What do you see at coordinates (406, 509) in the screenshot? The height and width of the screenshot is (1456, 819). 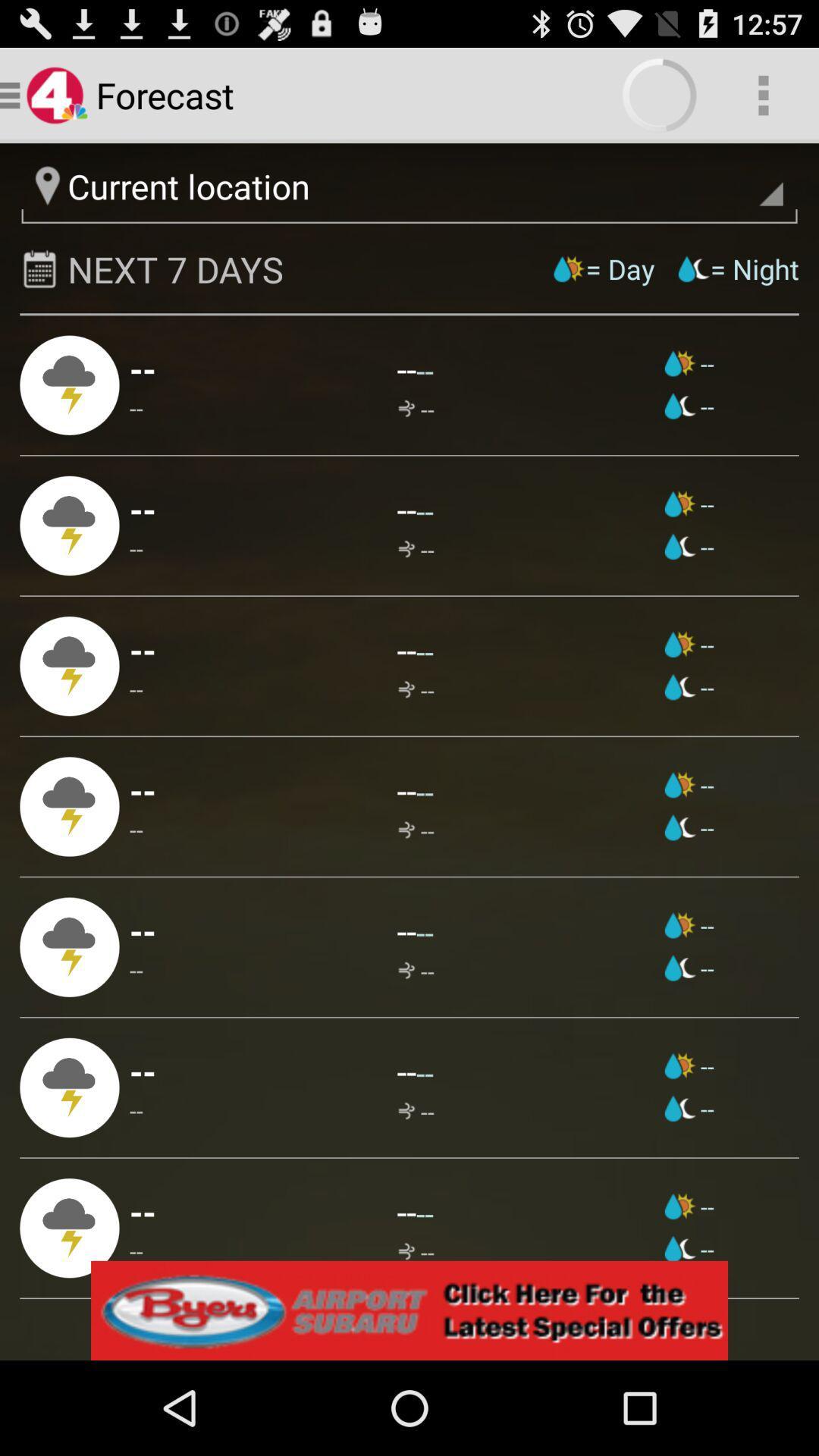 I see `-- app` at bounding box center [406, 509].